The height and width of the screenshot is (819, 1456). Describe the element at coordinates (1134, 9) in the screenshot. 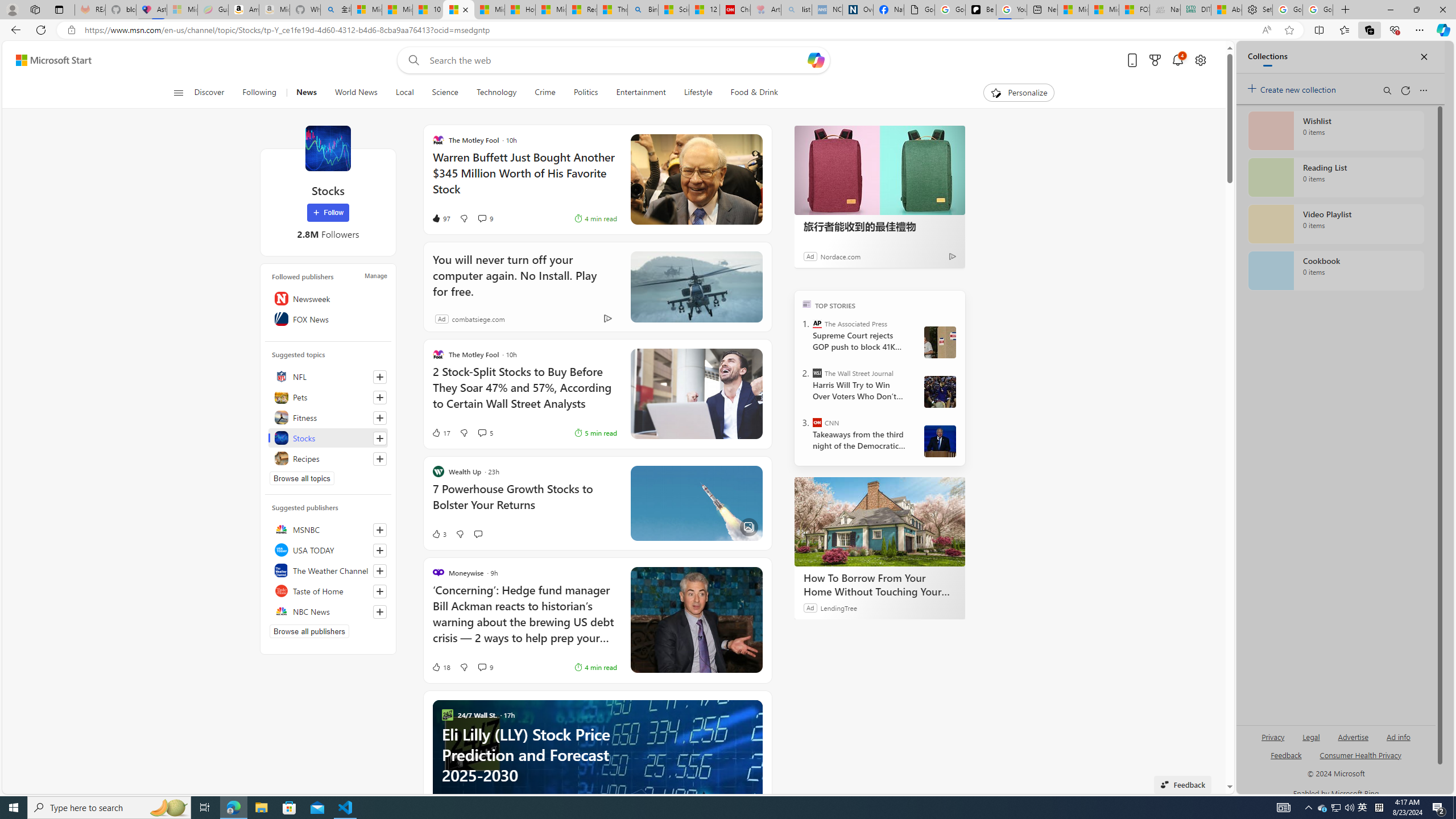

I see `'FOX News - MSN'` at that location.